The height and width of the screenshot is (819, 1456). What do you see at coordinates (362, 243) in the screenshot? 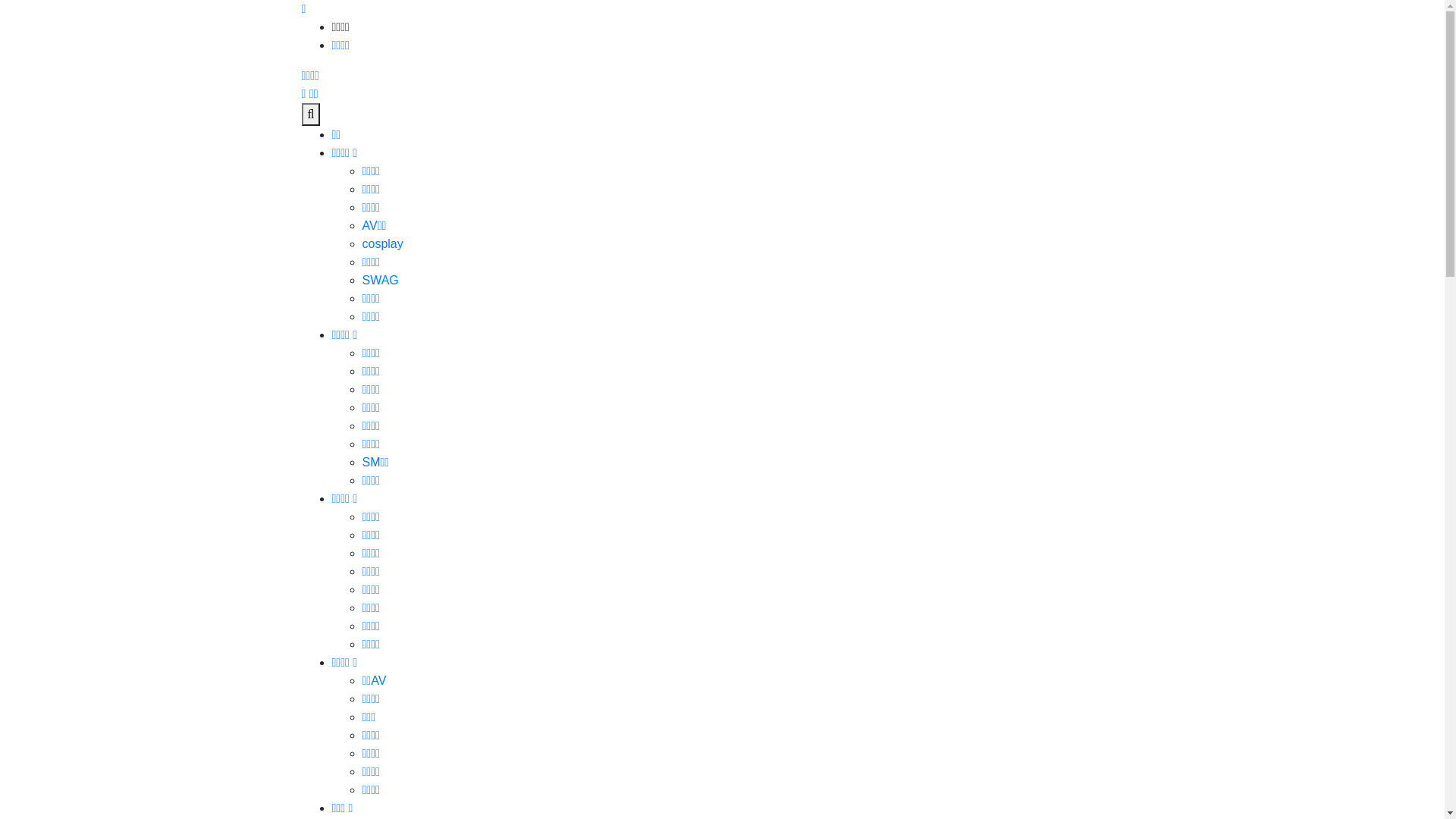
I see `'cosplay'` at bounding box center [362, 243].